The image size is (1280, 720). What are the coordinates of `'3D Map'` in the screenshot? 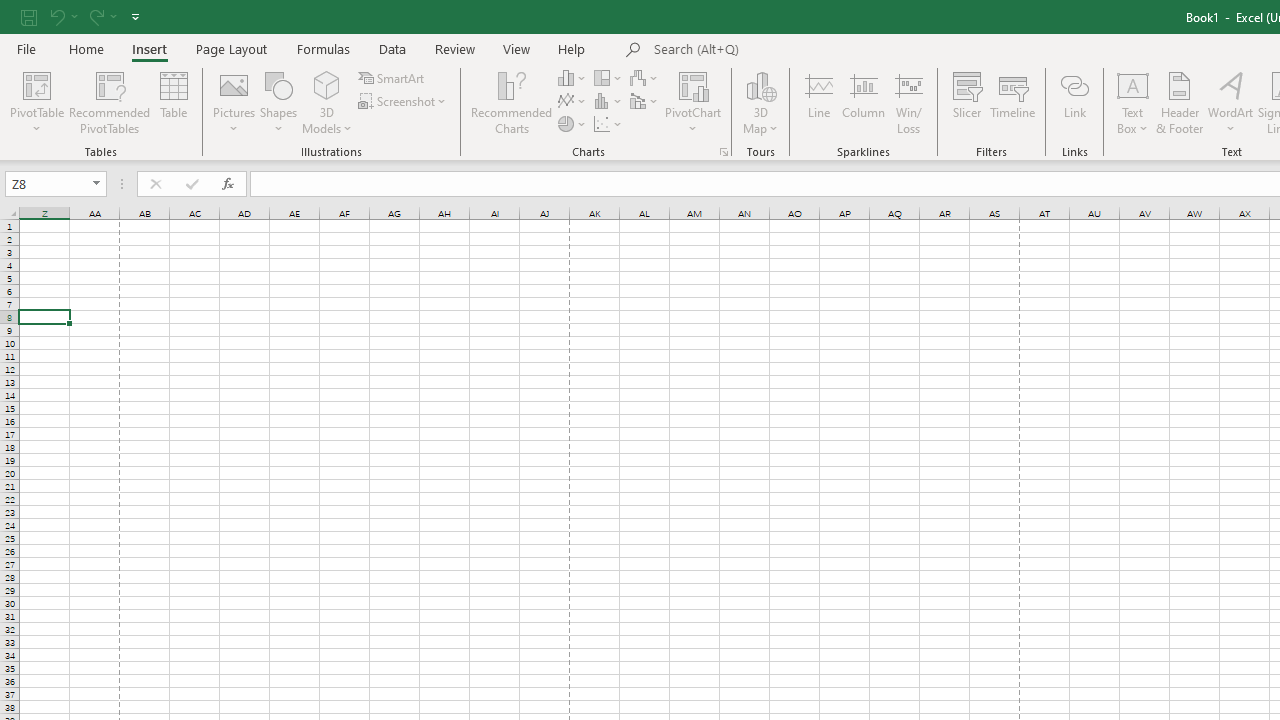 It's located at (759, 84).